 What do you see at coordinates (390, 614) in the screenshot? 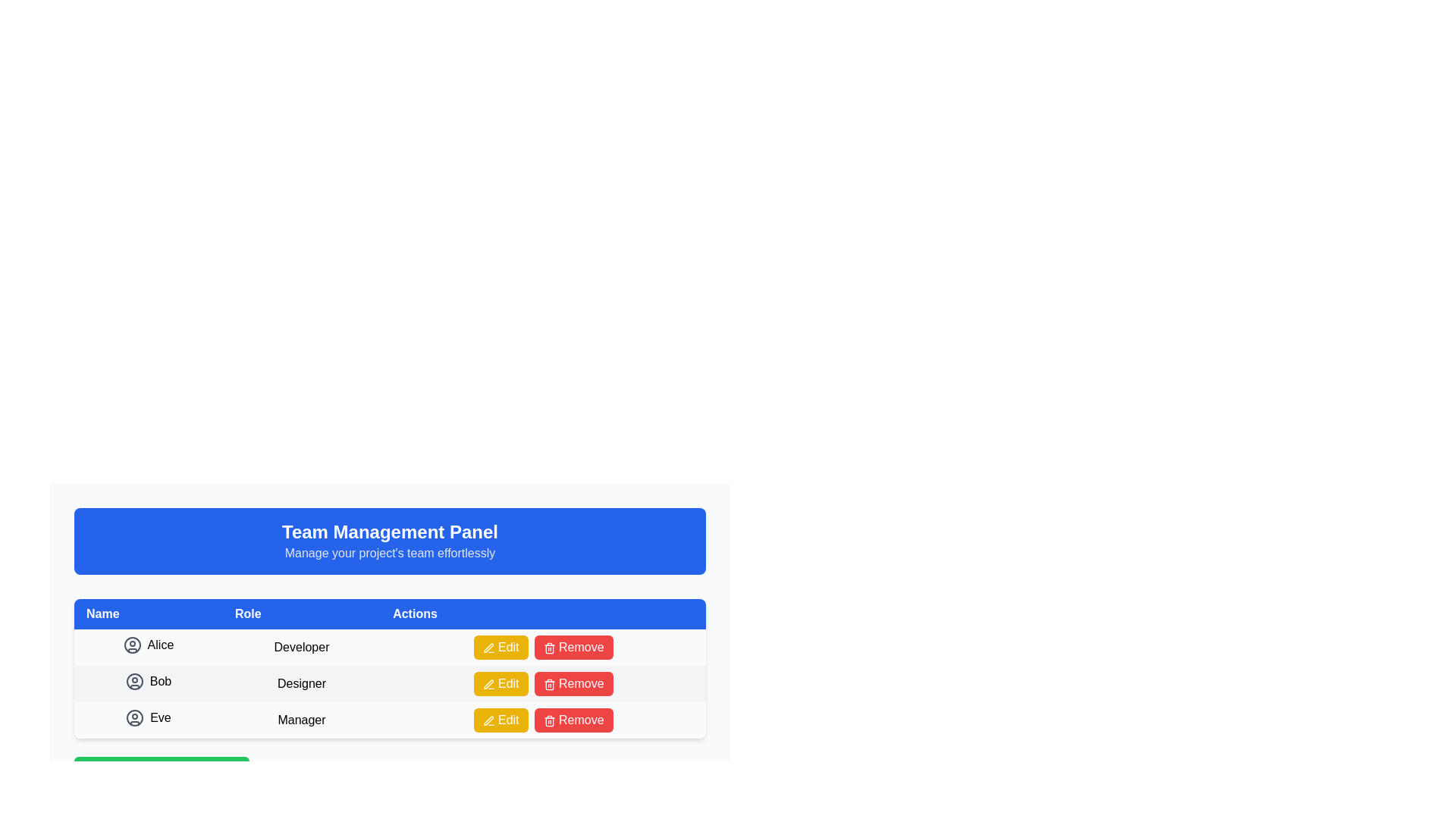
I see `column titles from the table header located beneath the 'Team Management Panel', which spans the width of the table and indicates data categories for each column: Name, Role, and Actions` at bounding box center [390, 614].